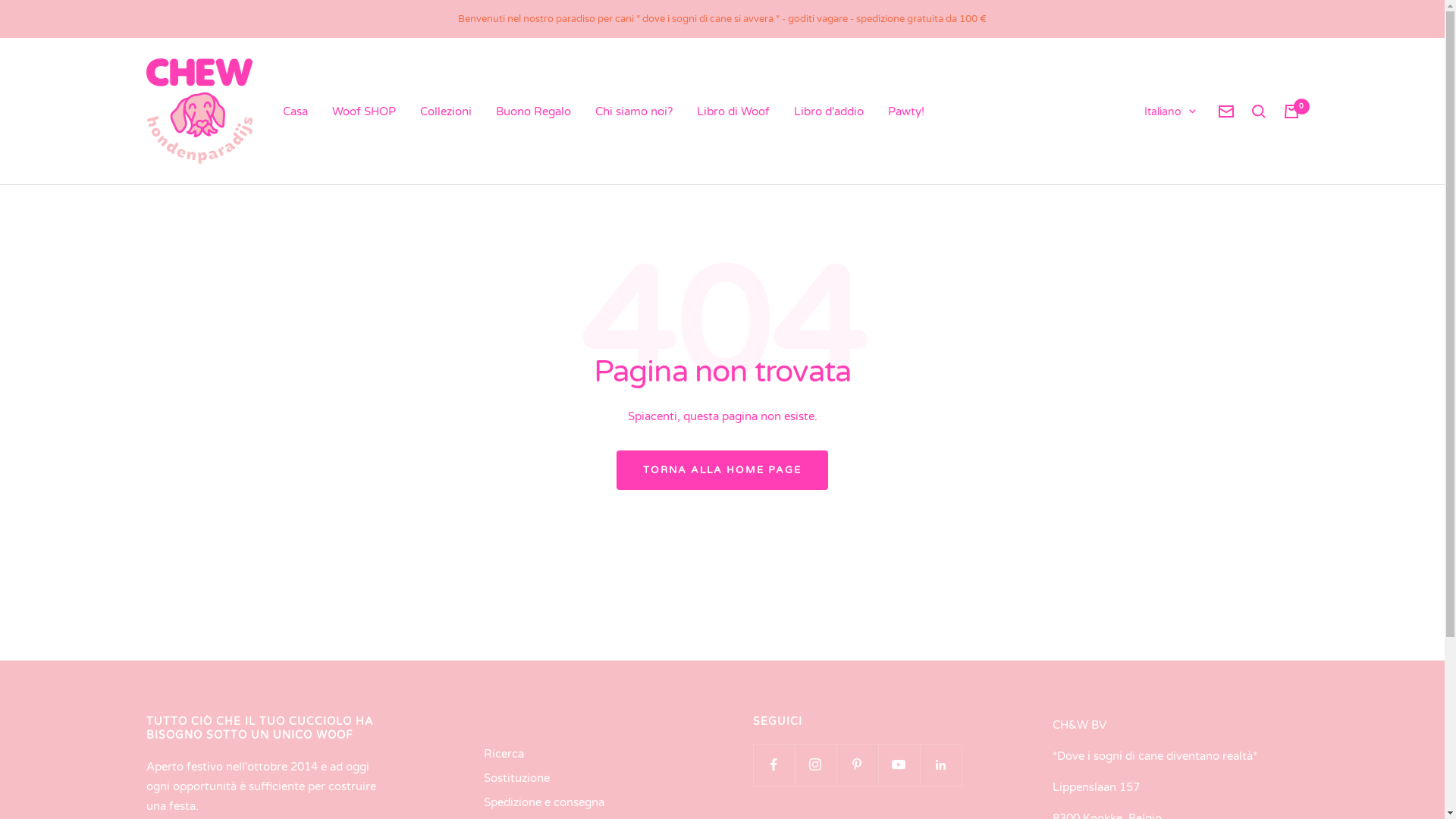 This screenshot has width=1456, height=819. Describe the element at coordinates (1153, 163) in the screenshot. I see `'nl'` at that location.